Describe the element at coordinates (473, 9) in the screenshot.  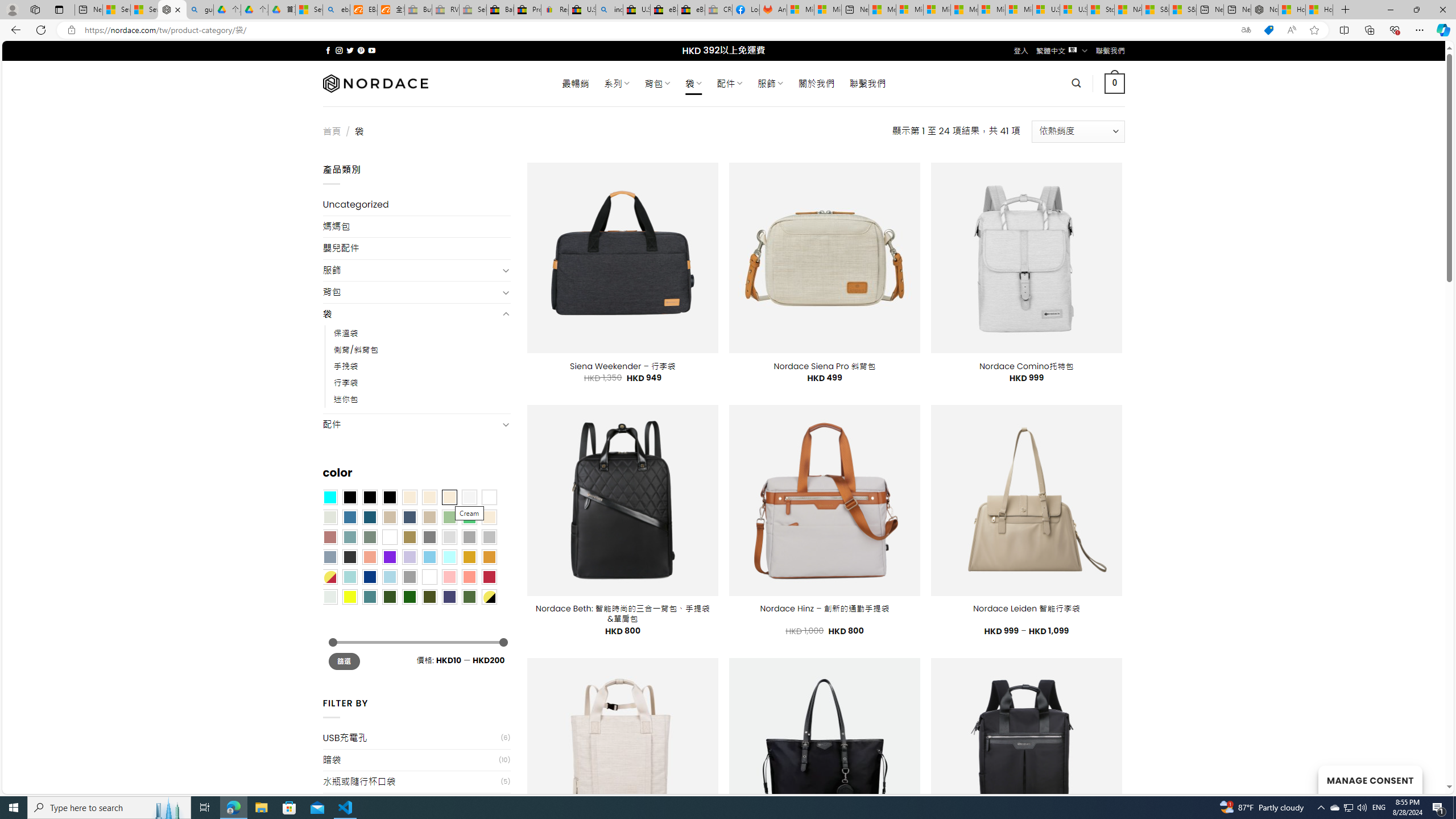
I see `'Sell worldwide with eBay - Sleeping'` at that location.